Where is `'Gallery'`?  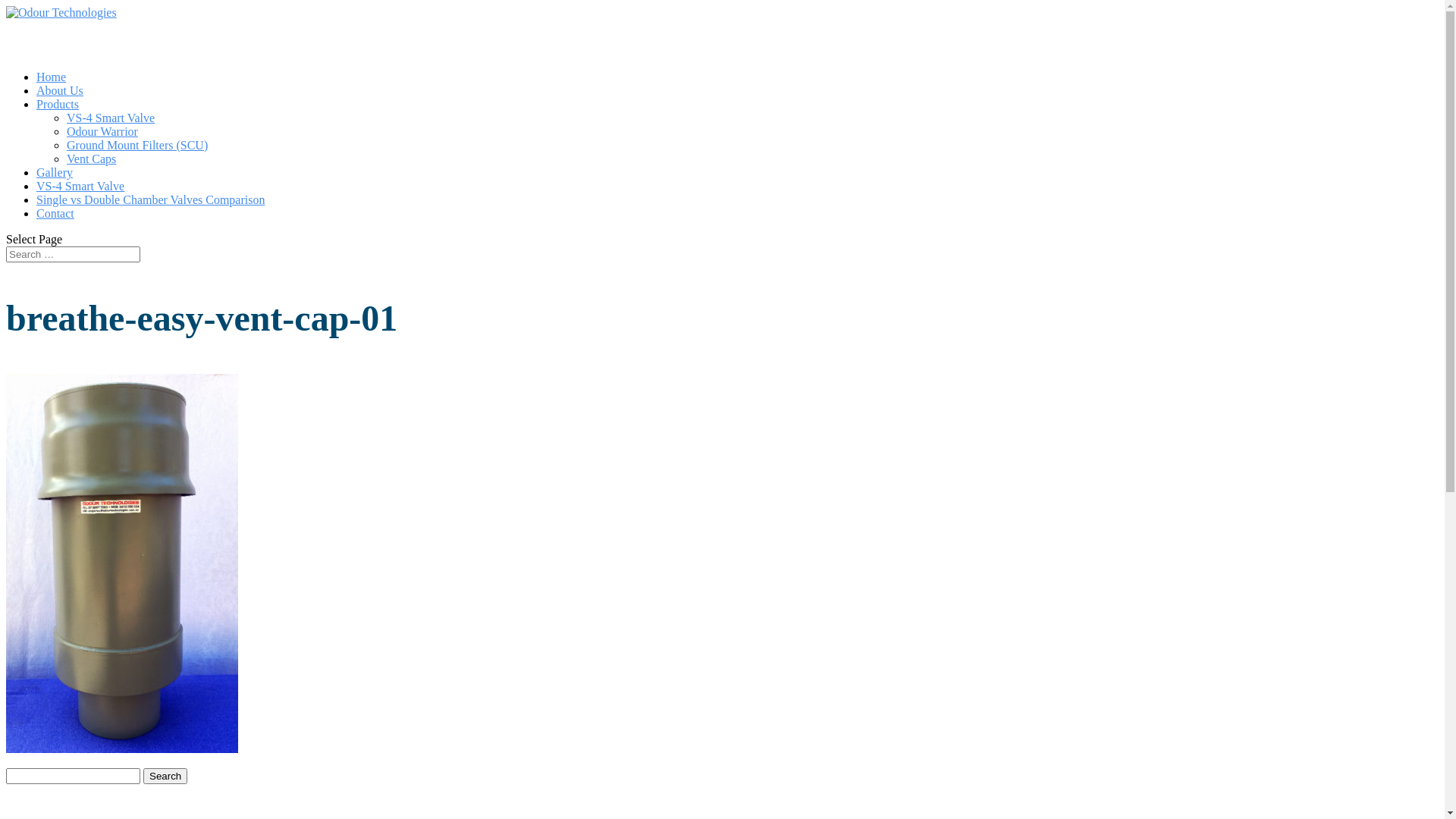 'Gallery' is located at coordinates (55, 191).